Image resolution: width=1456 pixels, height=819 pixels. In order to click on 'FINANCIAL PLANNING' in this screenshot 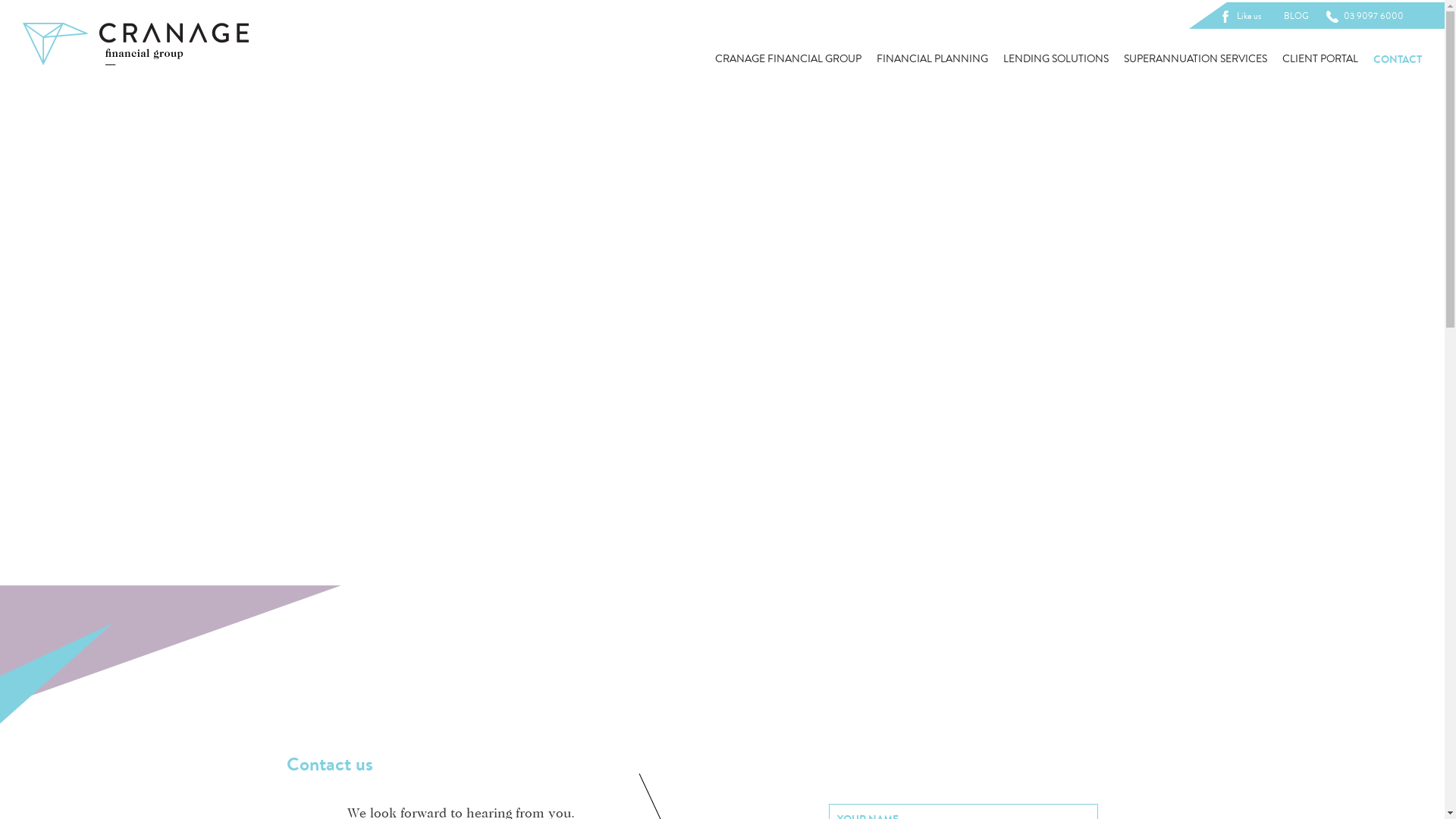, I will do `click(877, 58)`.